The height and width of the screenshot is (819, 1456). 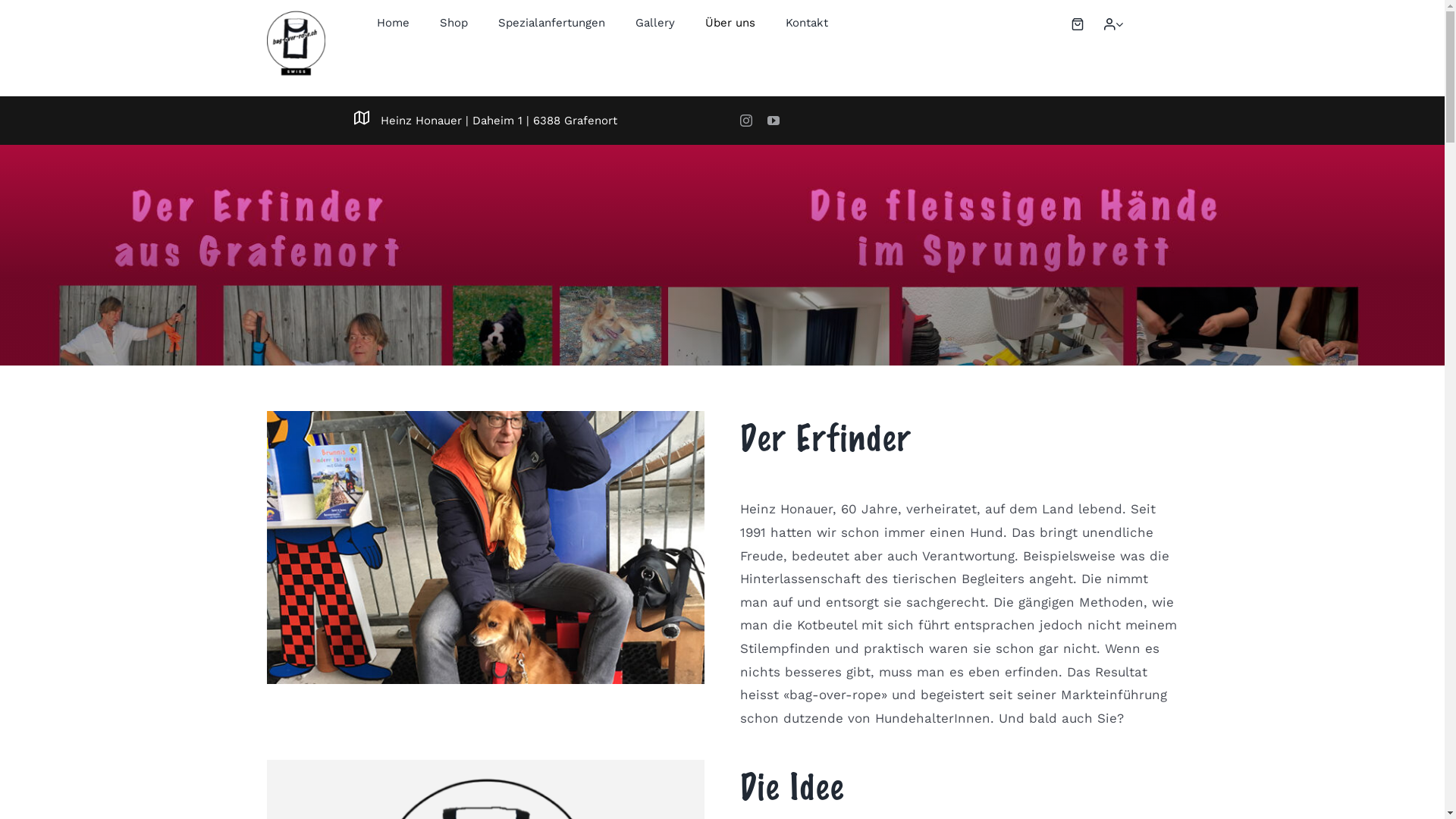 I want to click on 'Shop', so click(x=453, y=23).